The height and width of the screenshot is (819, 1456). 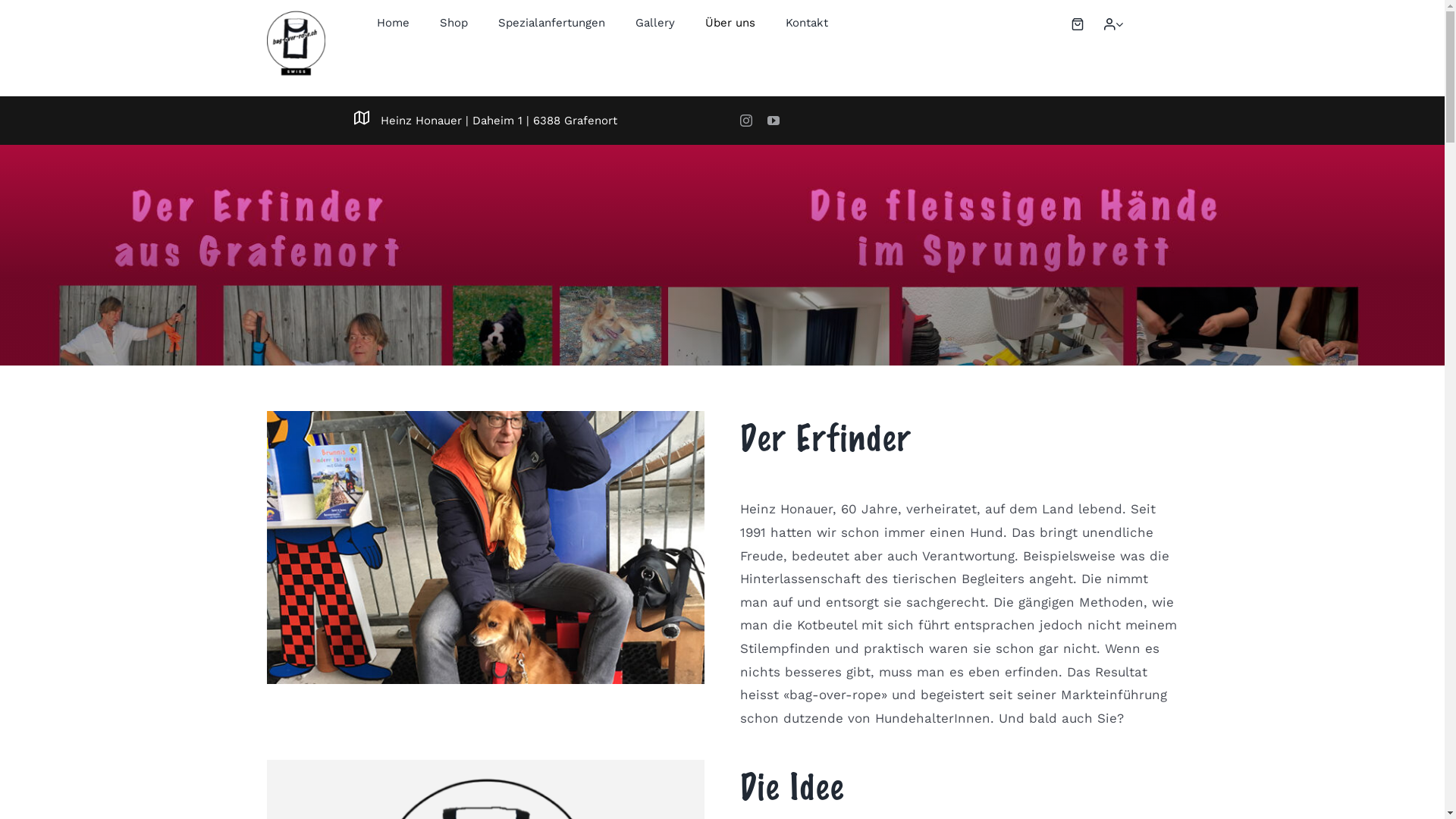 I want to click on 'Shop', so click(x=453, y=23).